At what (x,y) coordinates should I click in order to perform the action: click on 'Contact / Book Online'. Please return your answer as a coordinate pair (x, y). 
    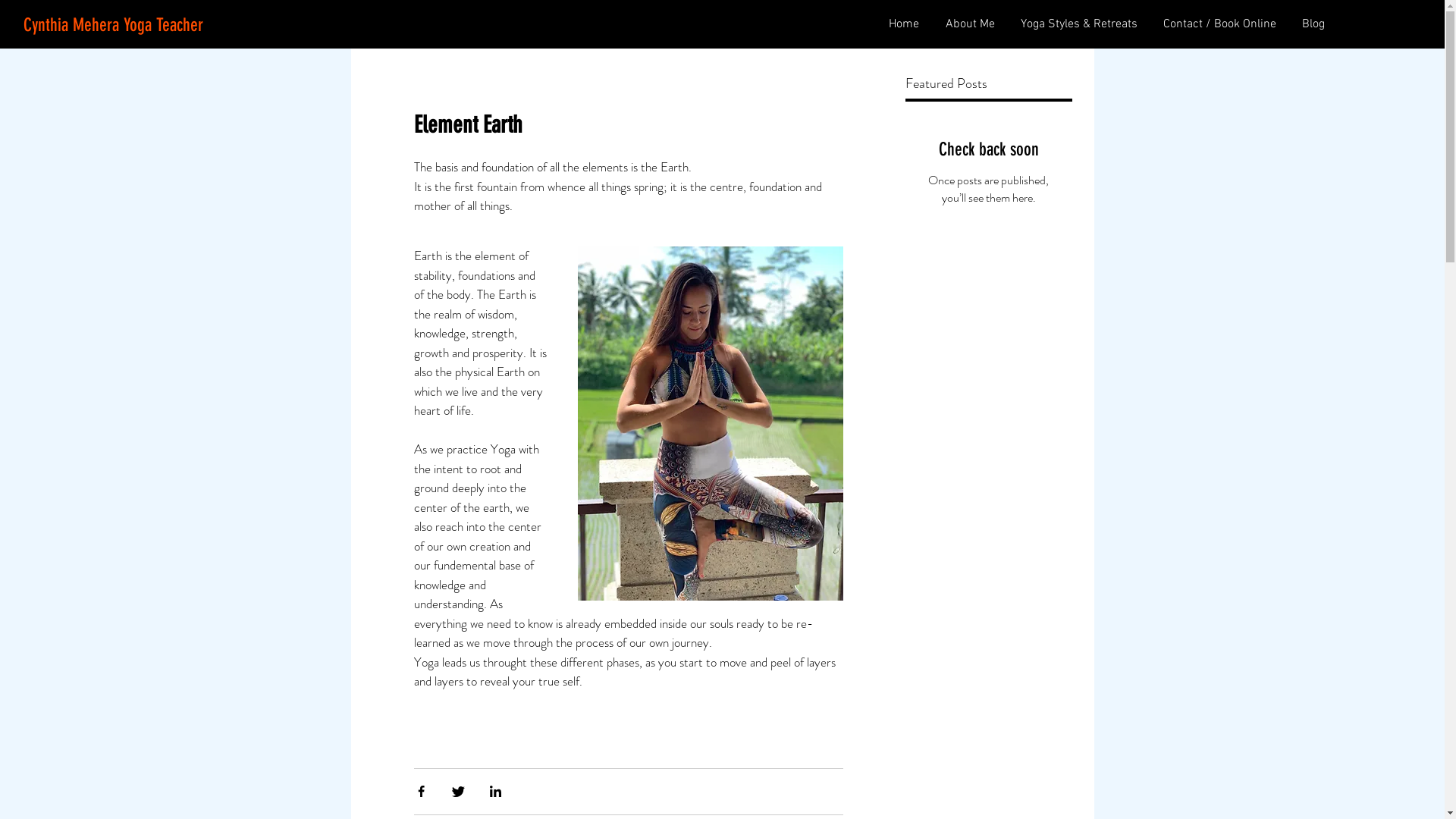
    Looking at the image, I should click on (1149, 24).